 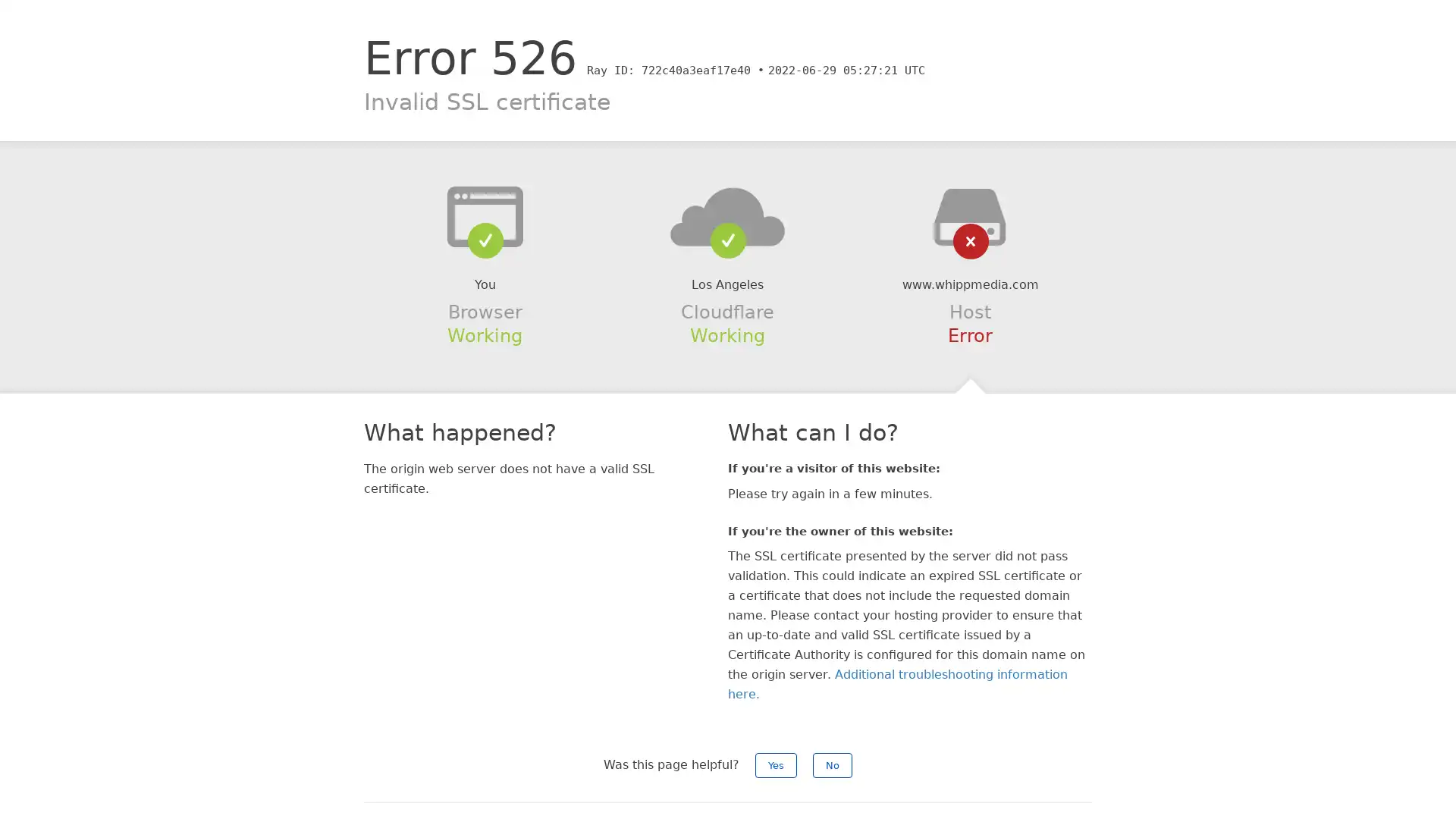 I want to click on Yes, so click(x=776, y=765).